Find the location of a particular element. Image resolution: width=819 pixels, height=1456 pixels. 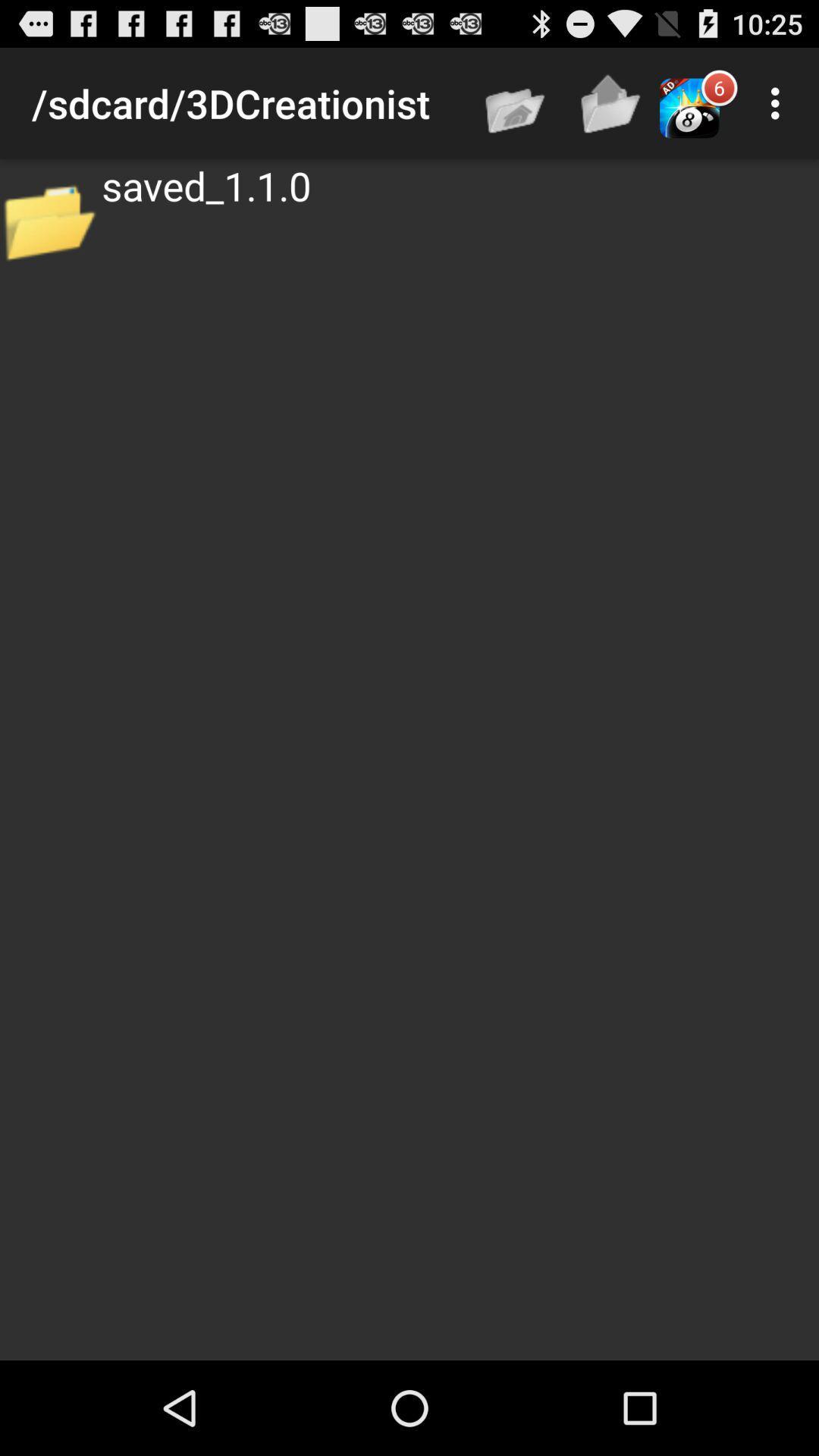

the icon next to /sdcard/3dcreationist icon is located at coordinates (516, 102).